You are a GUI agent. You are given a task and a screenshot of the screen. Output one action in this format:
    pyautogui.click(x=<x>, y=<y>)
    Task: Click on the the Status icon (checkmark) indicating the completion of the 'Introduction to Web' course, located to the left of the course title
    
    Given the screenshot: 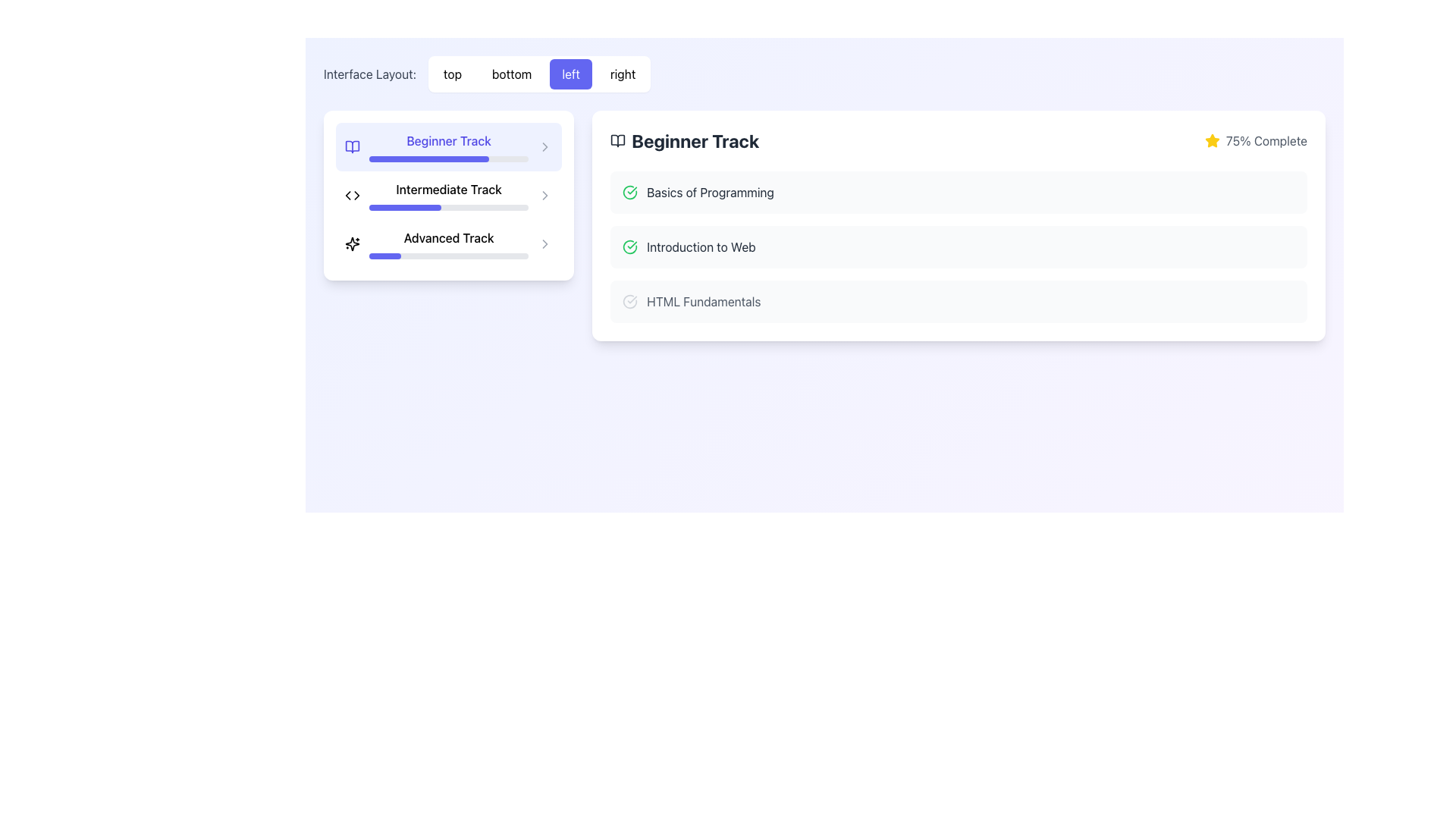 What is the action you would take?
    pyautogui.click(x=630, y=246)
    